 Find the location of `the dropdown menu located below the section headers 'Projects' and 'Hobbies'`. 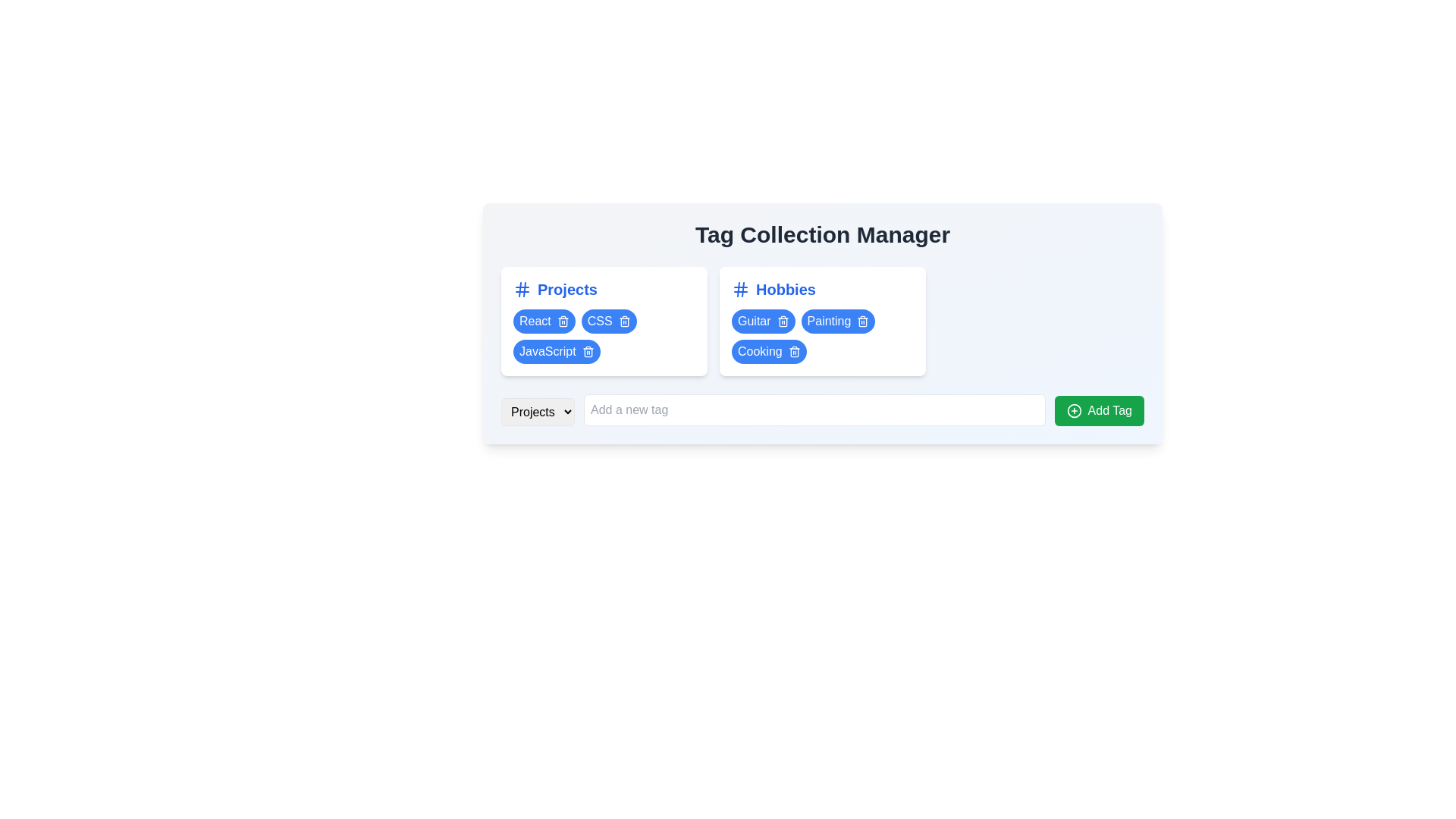

the dropdown menu located below the section headers 'Projects' and 'Hobbies' is located at coordinates (538, 412).